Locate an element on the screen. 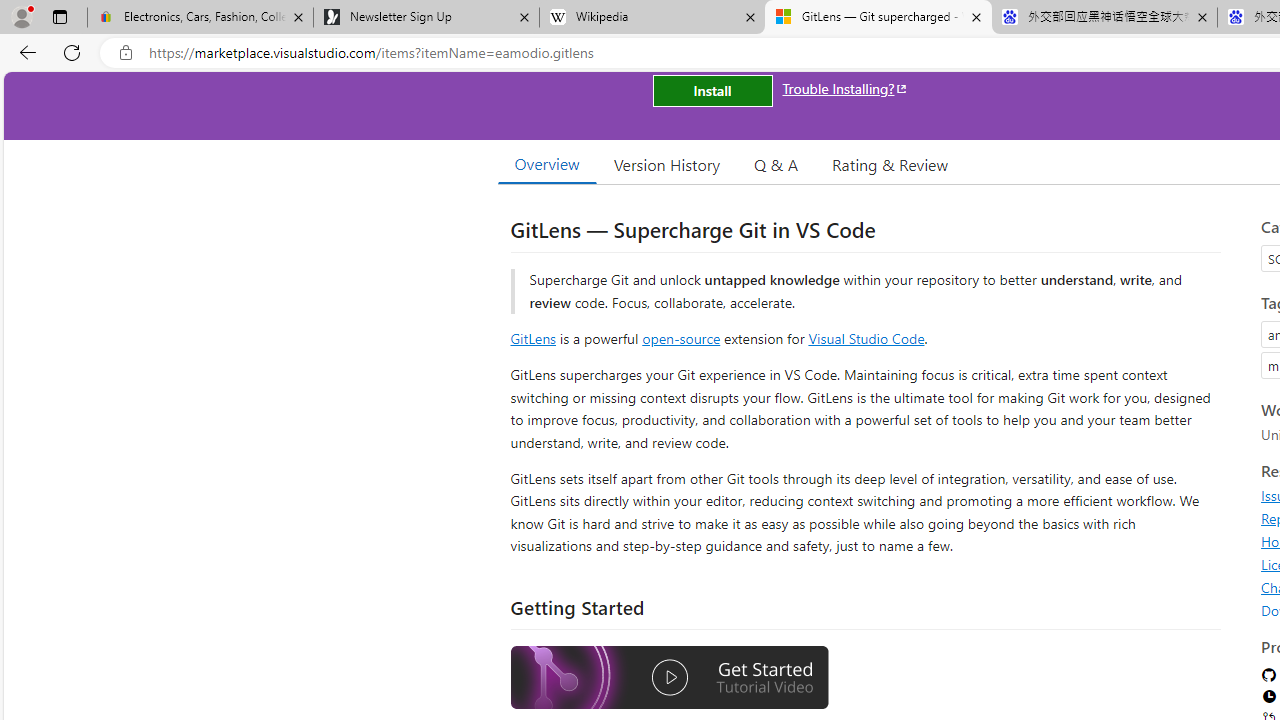  'Overview' is located at coordinates (546, 163).